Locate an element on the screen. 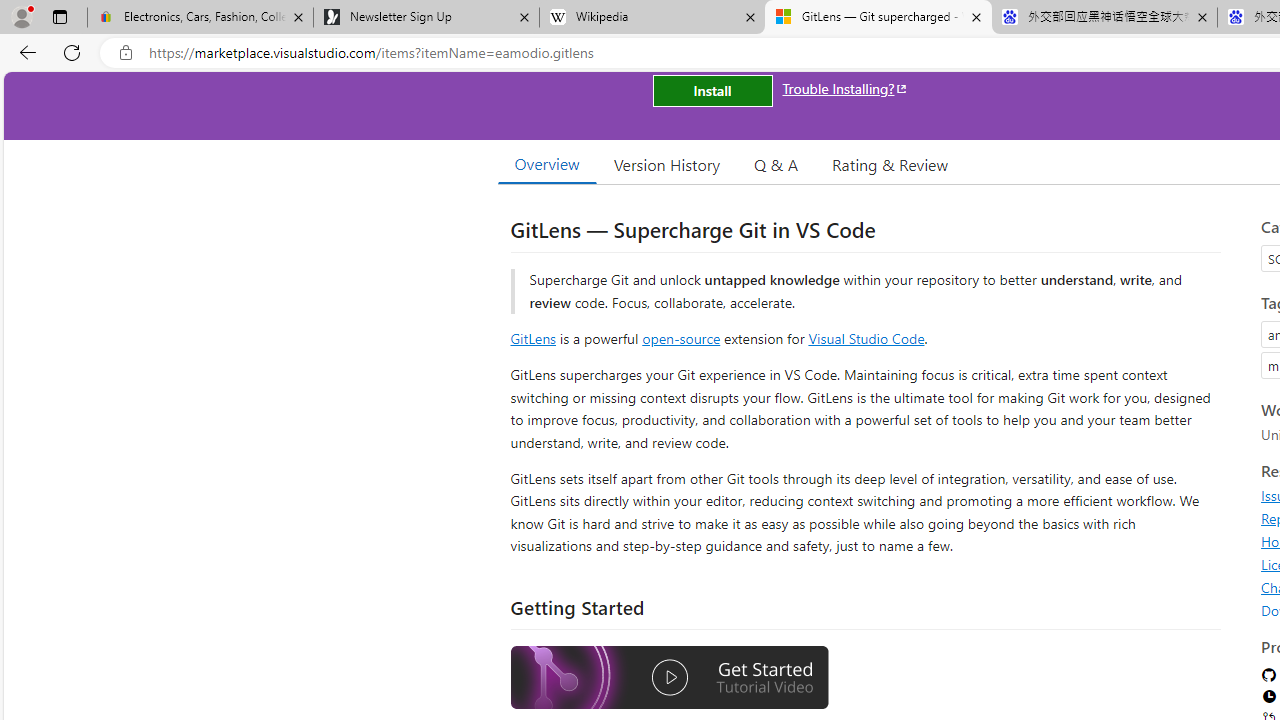  'Overview' is located at coordinates (546, 163).